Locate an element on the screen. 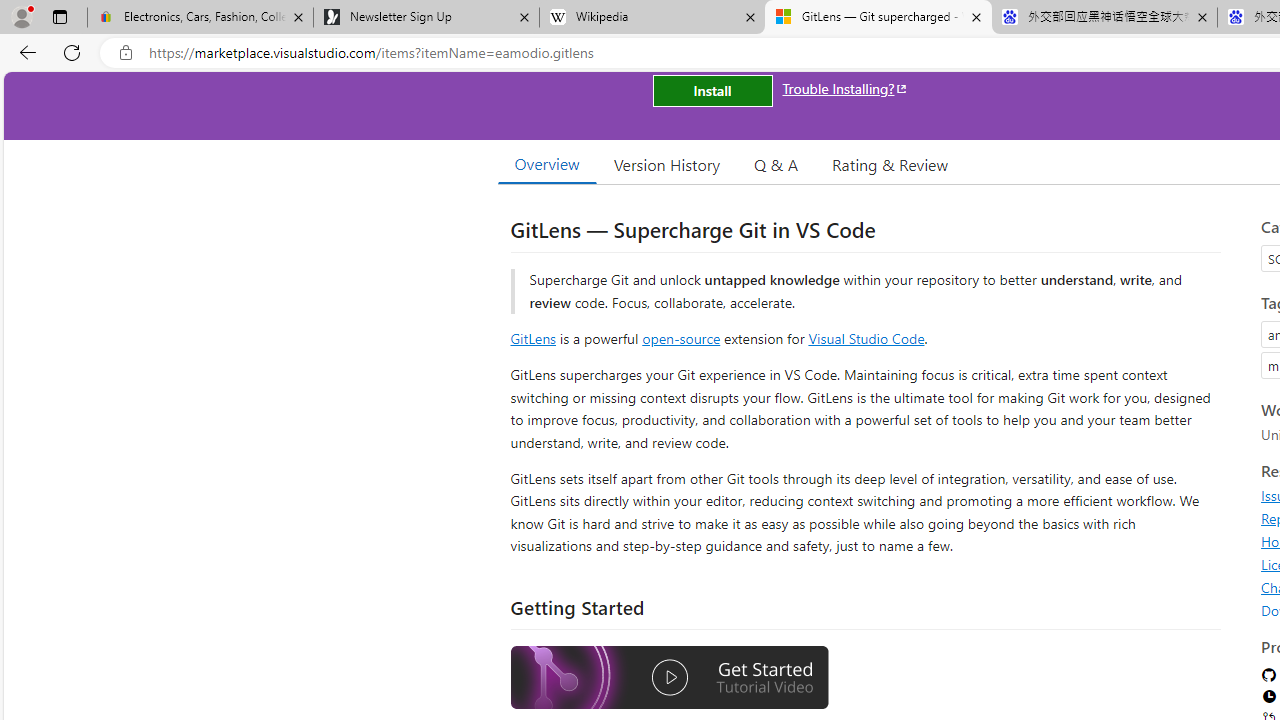  'Overview' is located at coordinates (546, 163).